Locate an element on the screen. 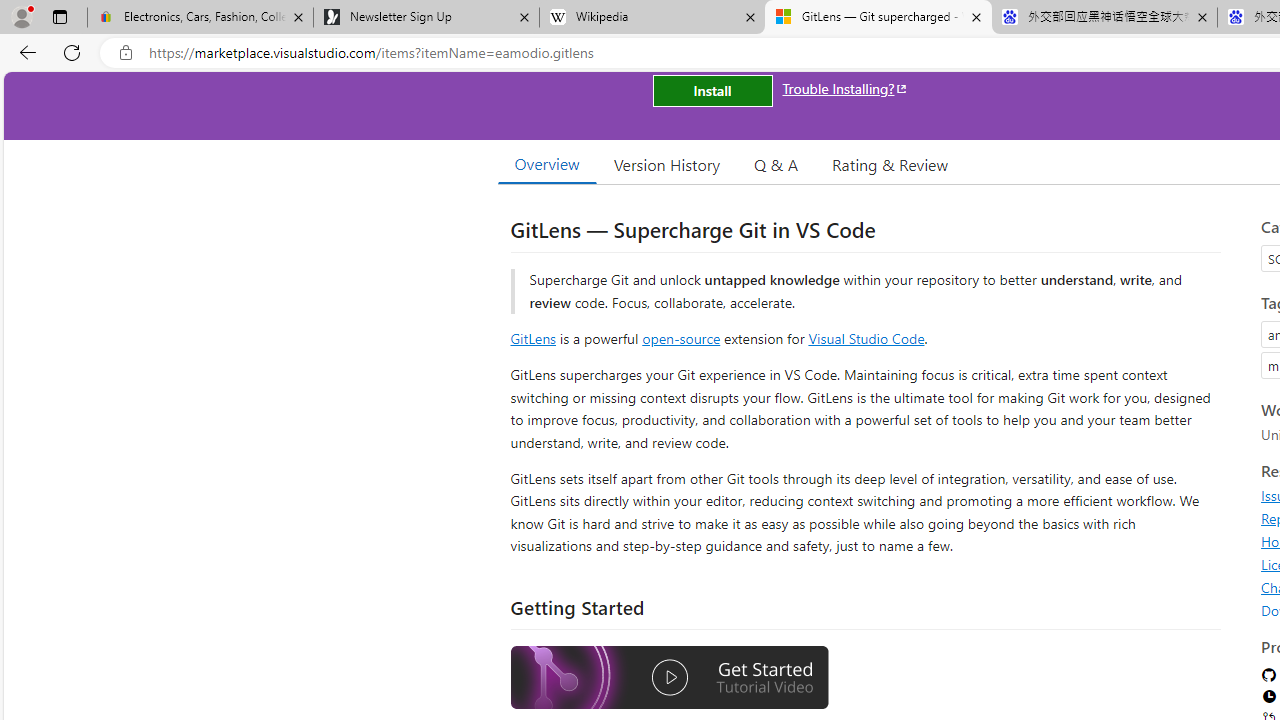  'Overview' is located at coordinates (546, 163).